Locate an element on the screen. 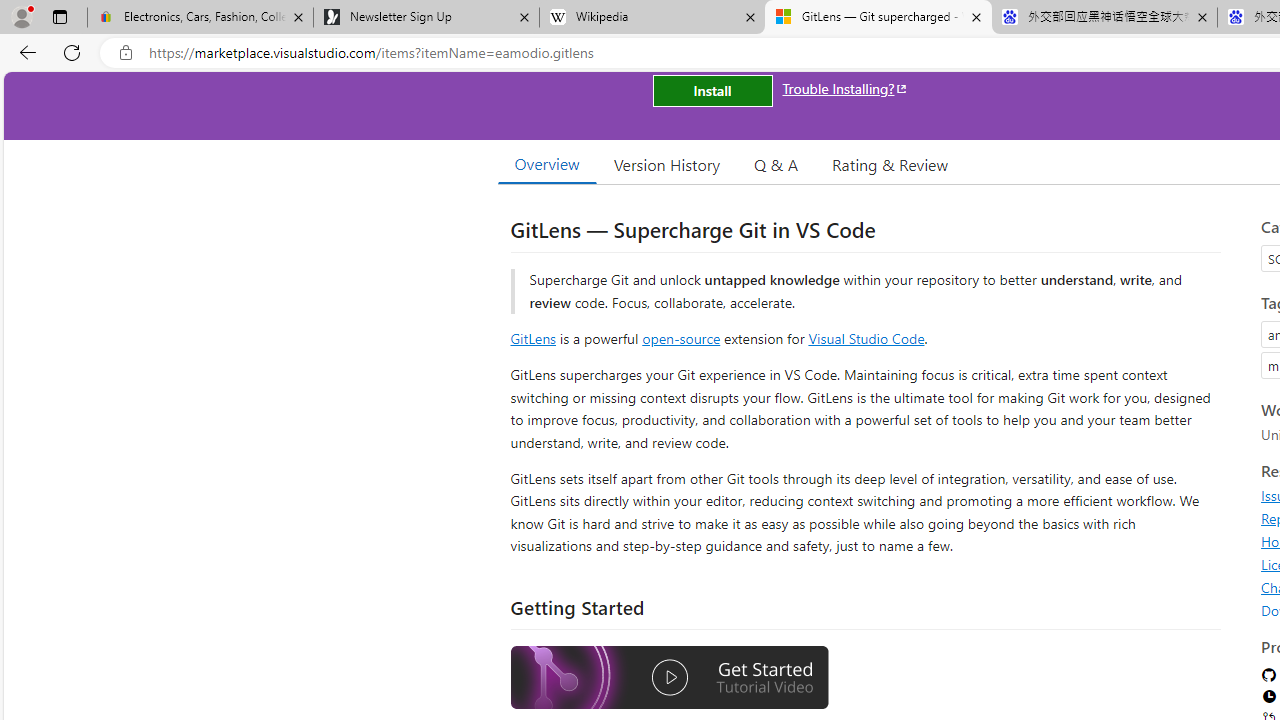  'Overview' is located at coordinates (546, 163).